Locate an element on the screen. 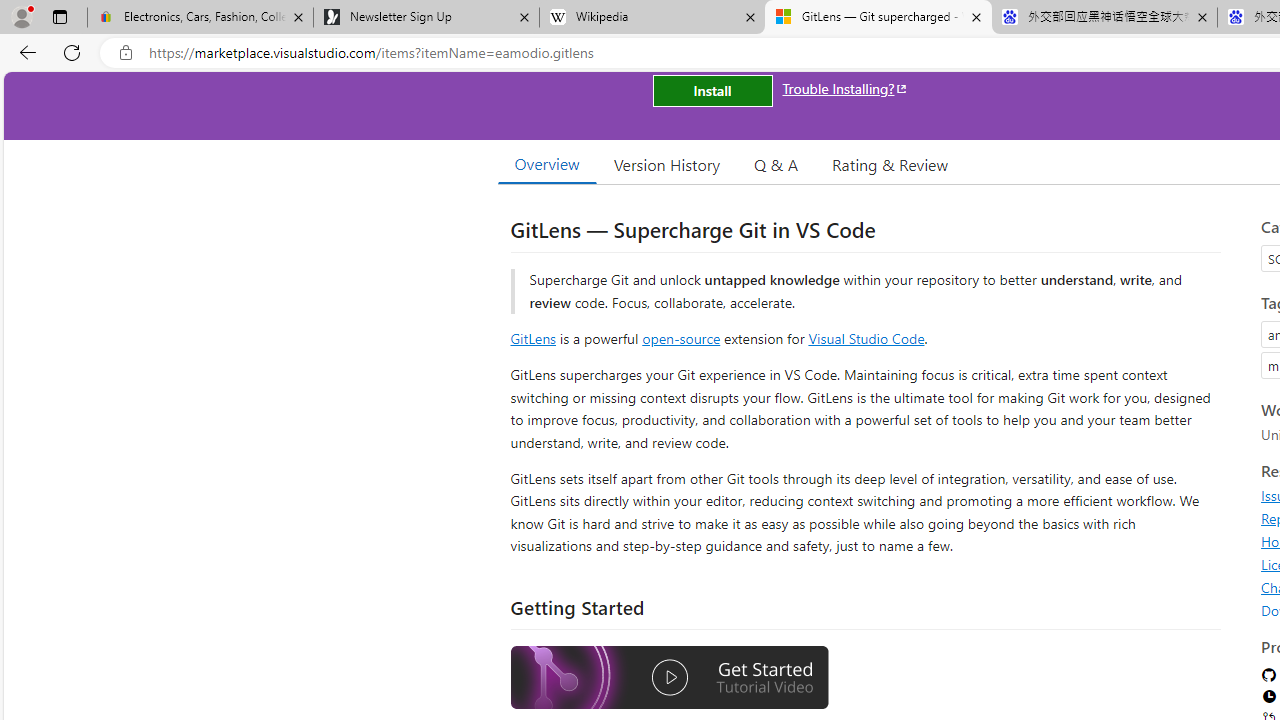  'Overview' is located at coordinates (546, 163).